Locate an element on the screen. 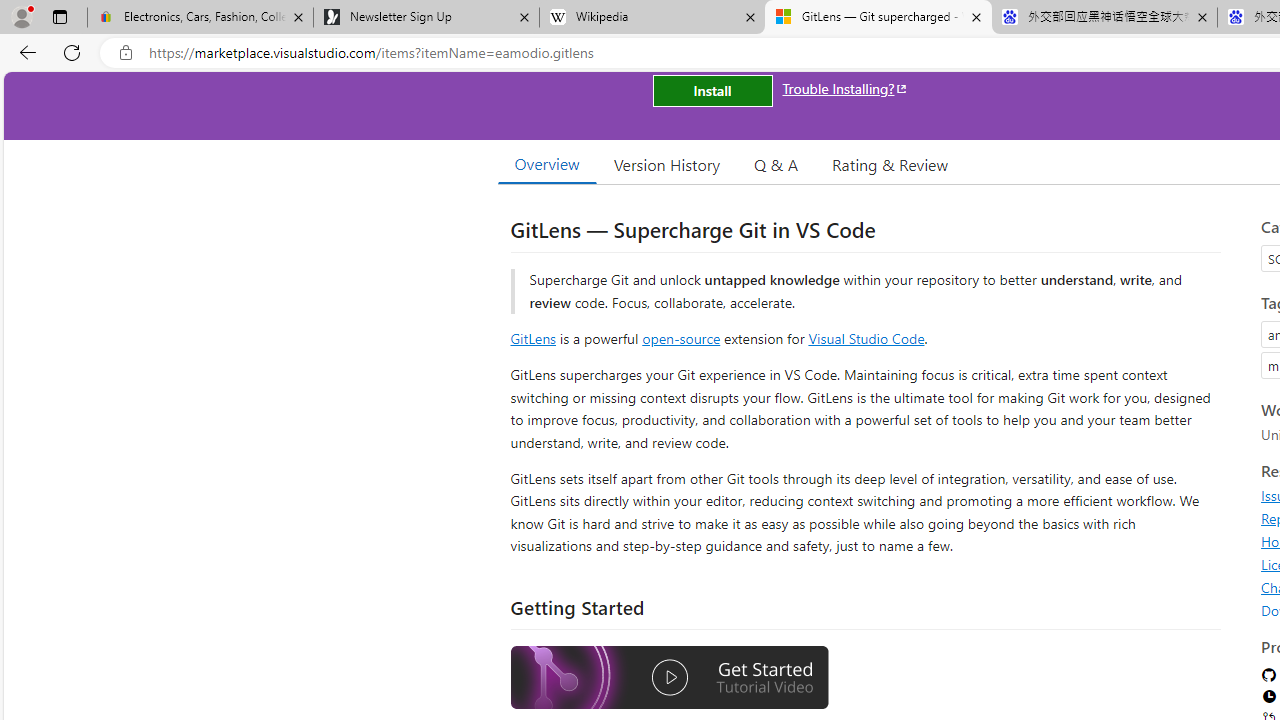  'Overview' is located at coordinates (546, 163).